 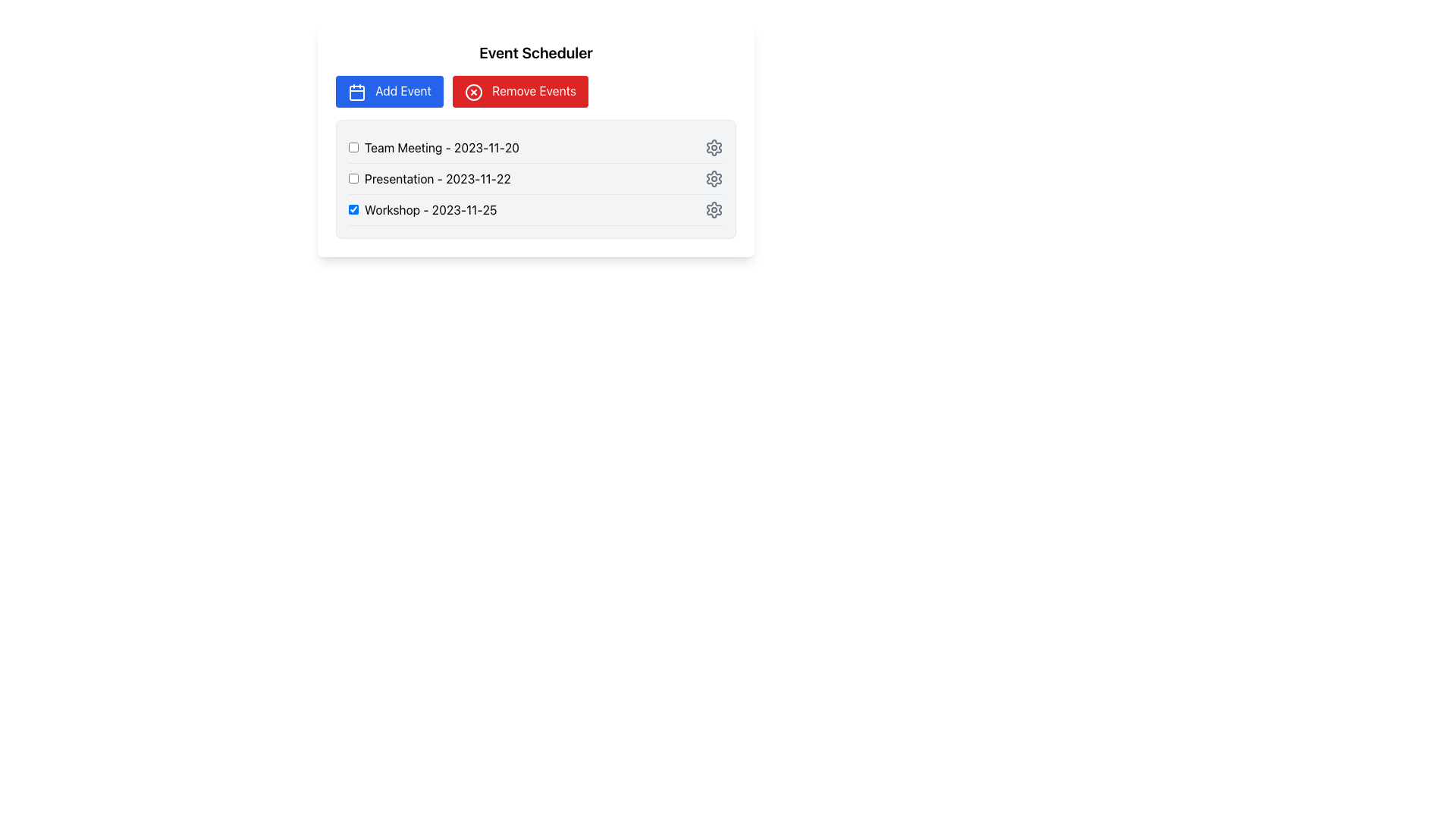 I want to click on the event entry labeled 'Workshop - 2023-11-25', so click(x=535, y=210).